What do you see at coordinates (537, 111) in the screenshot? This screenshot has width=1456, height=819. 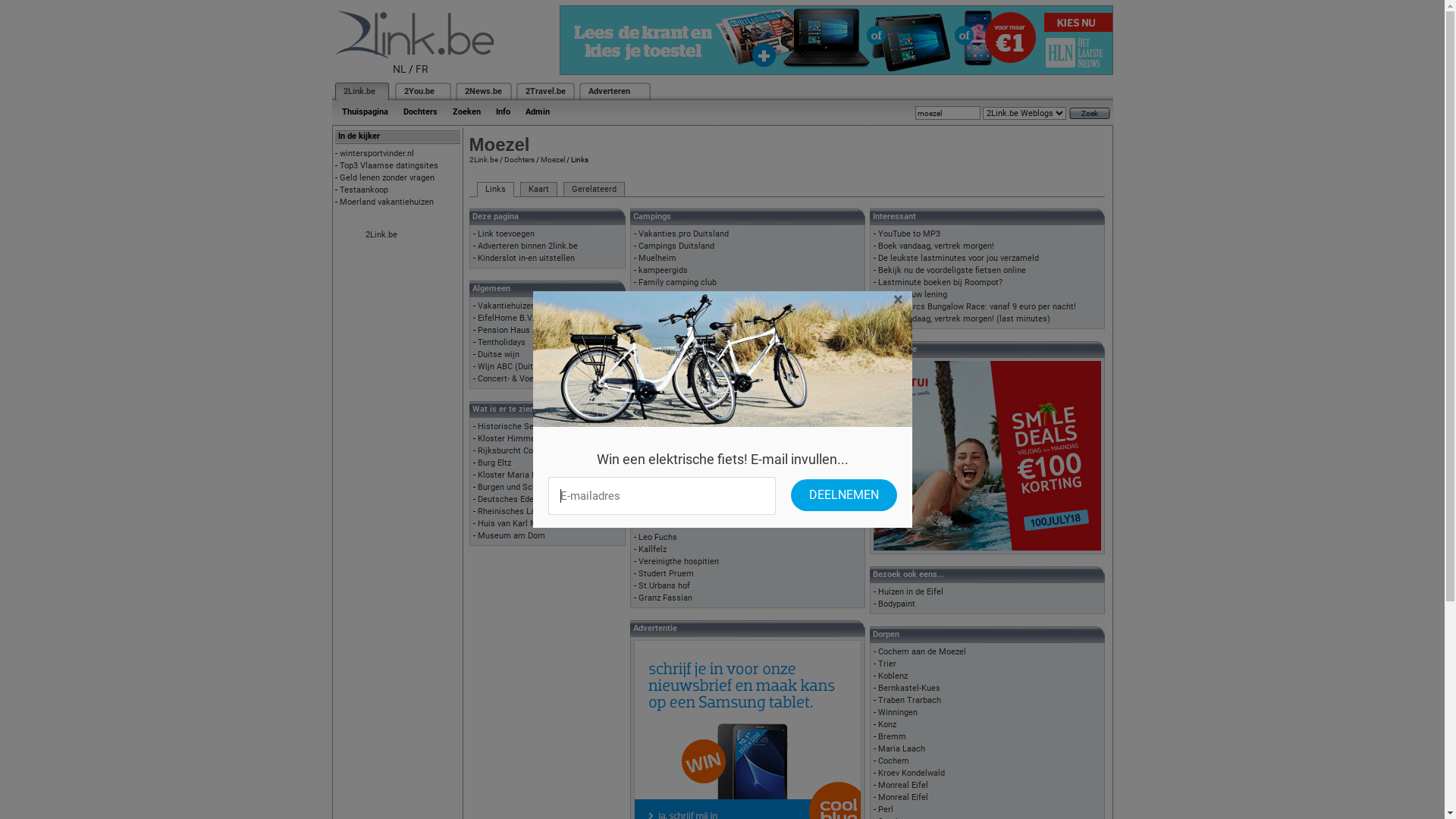 I see `'Admin'` at bounding box center [537, 111].